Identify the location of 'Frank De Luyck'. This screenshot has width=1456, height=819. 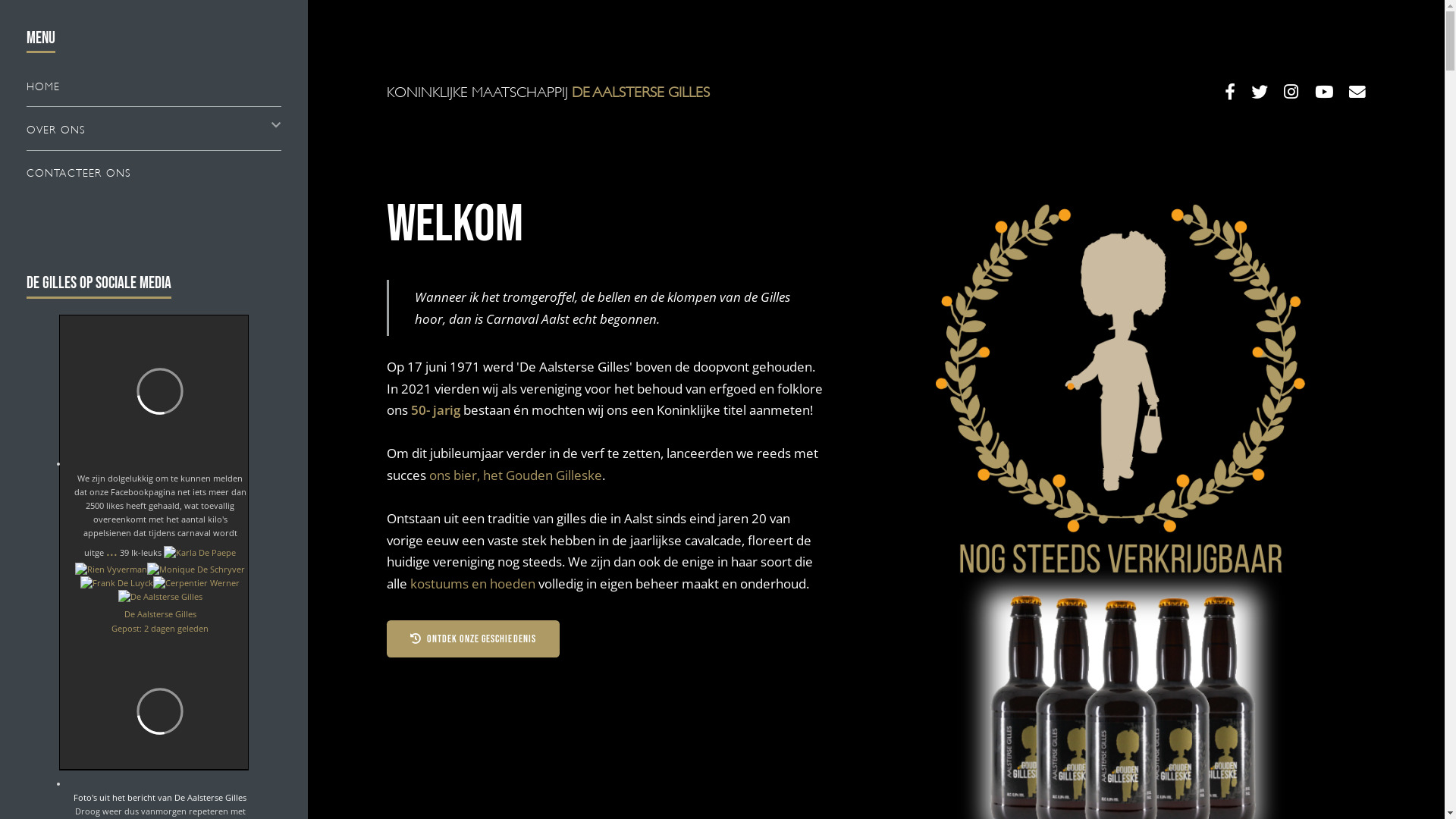
(115, 582).